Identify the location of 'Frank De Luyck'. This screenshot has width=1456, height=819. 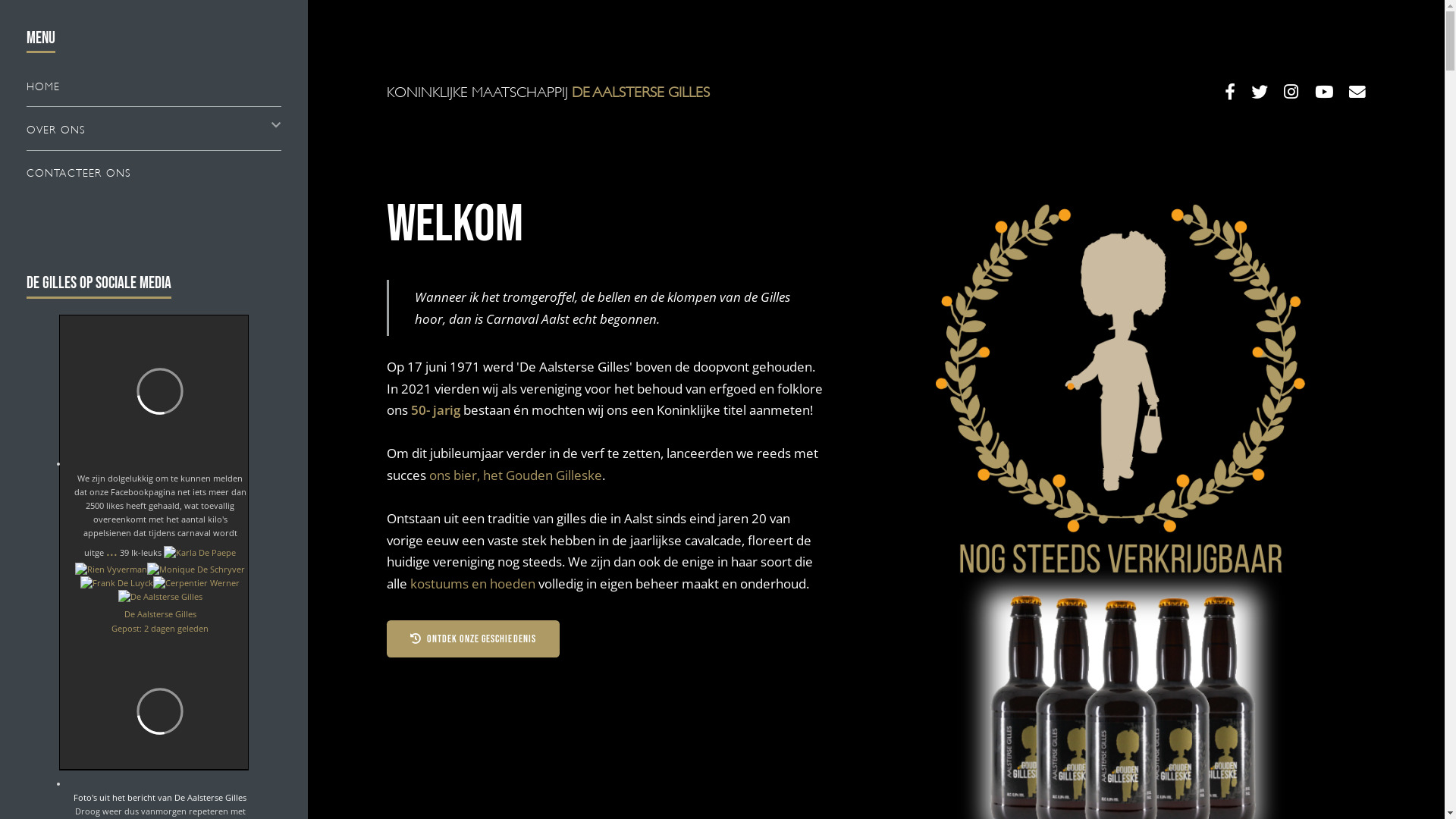
(115, 582).